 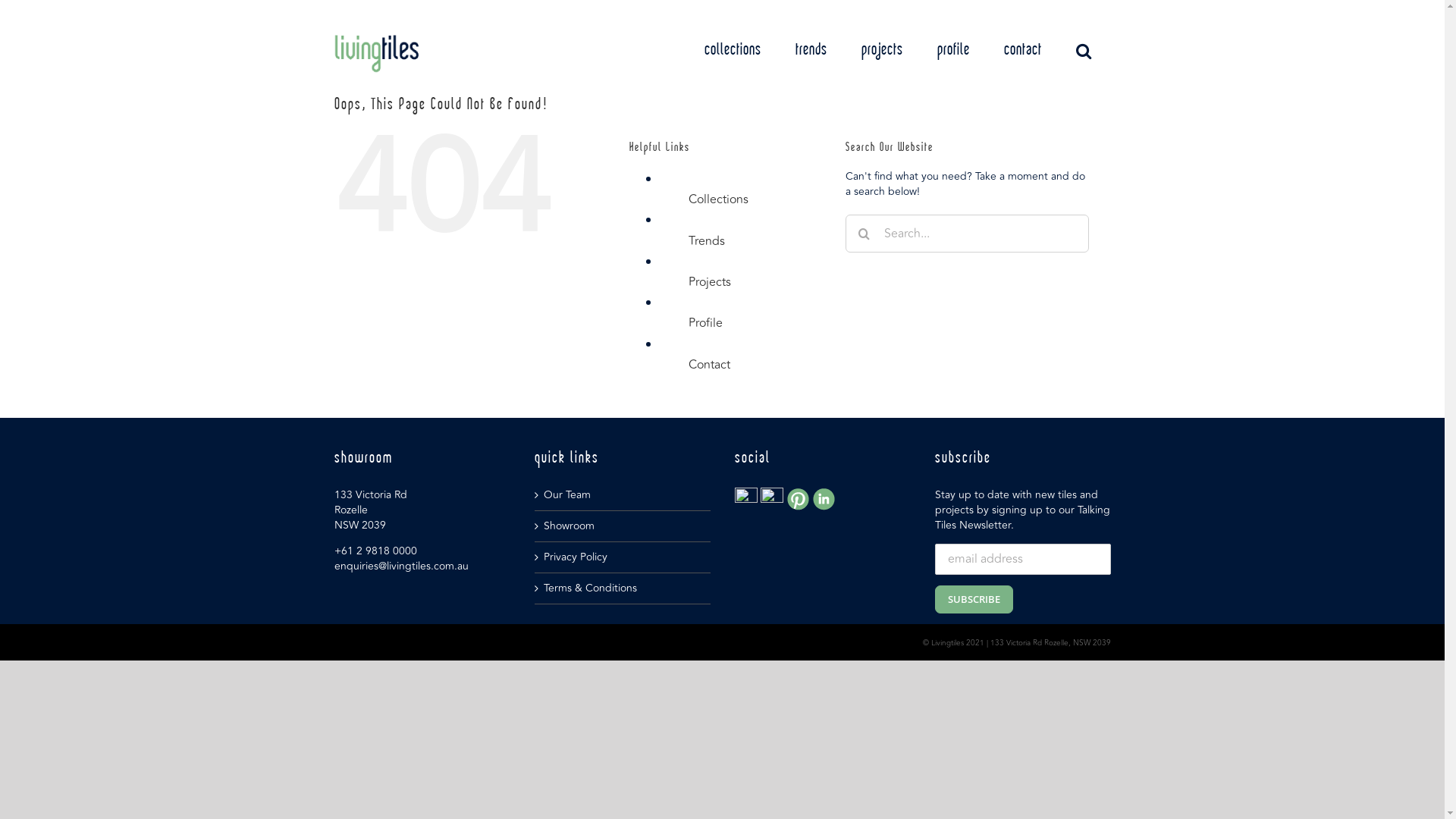 I want to click on 'Profile', so click(x=704, y=322).